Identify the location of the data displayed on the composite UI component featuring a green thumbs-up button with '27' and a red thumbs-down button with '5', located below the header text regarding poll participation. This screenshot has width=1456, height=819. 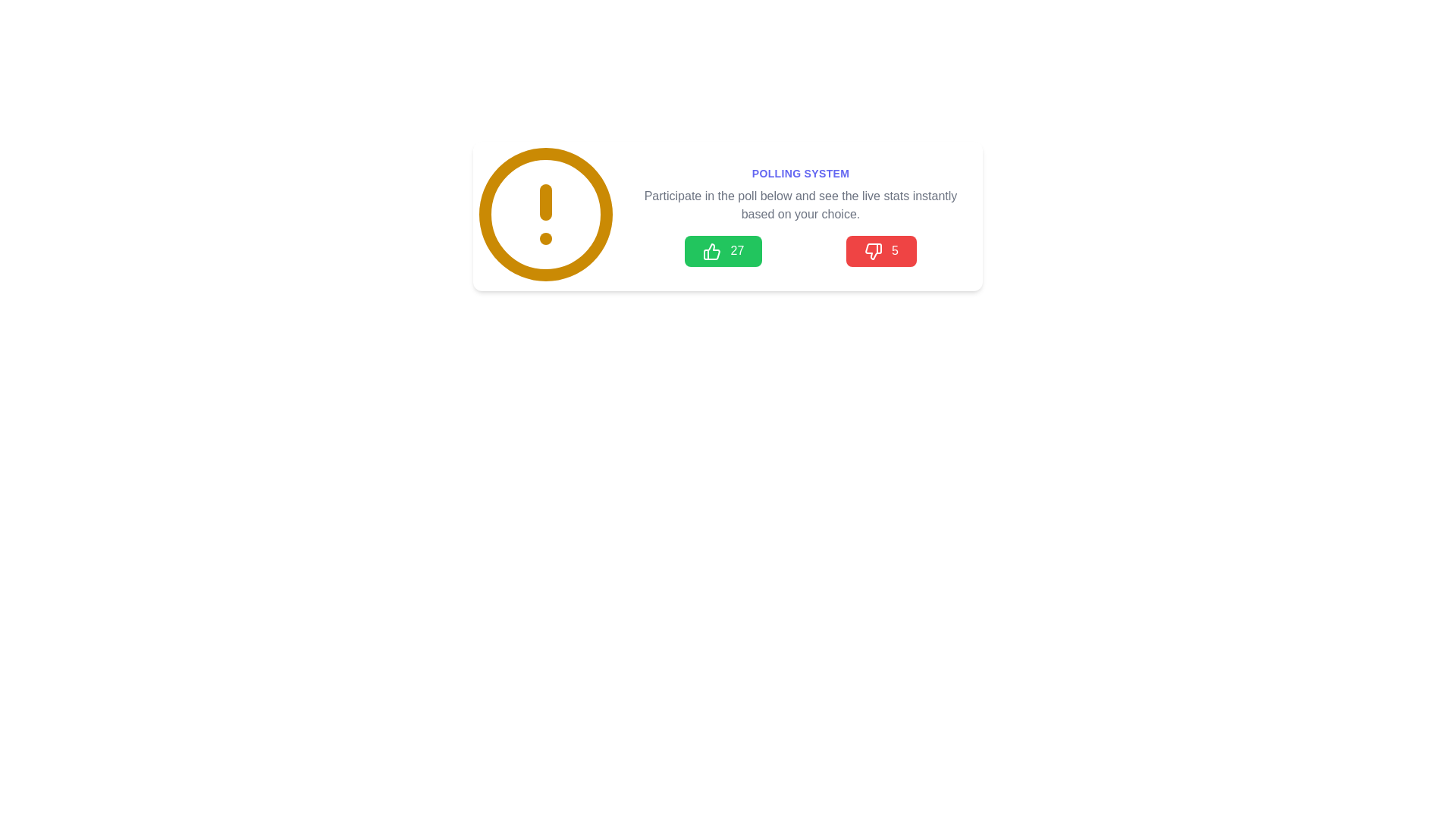
(800, 250).